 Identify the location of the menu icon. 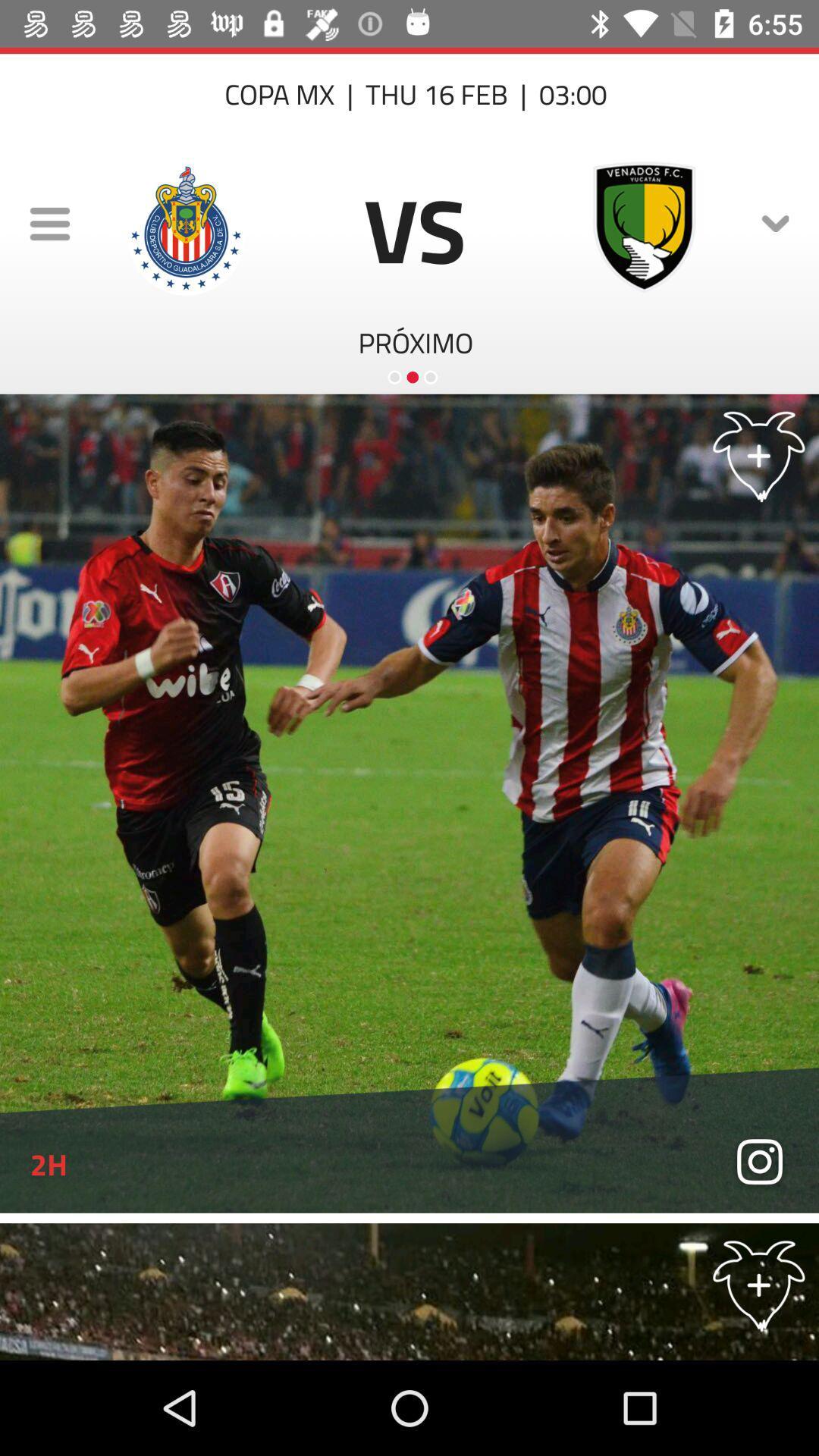
(49, 223).